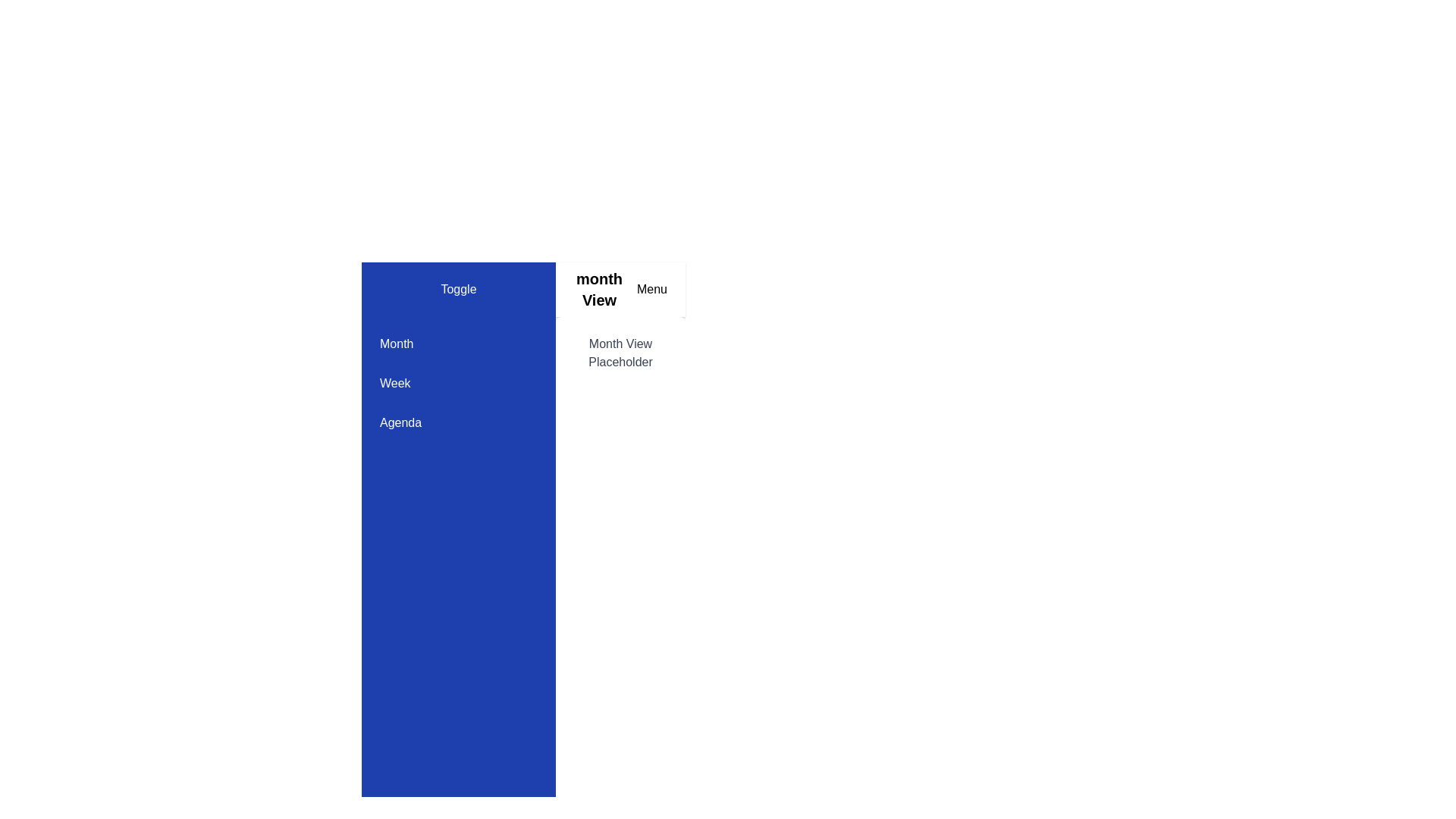  I want to click on the static text field indicating 'Month View', which is located to the left of the 'Menu' button in the top-right section of the interface, so click(598, 289).